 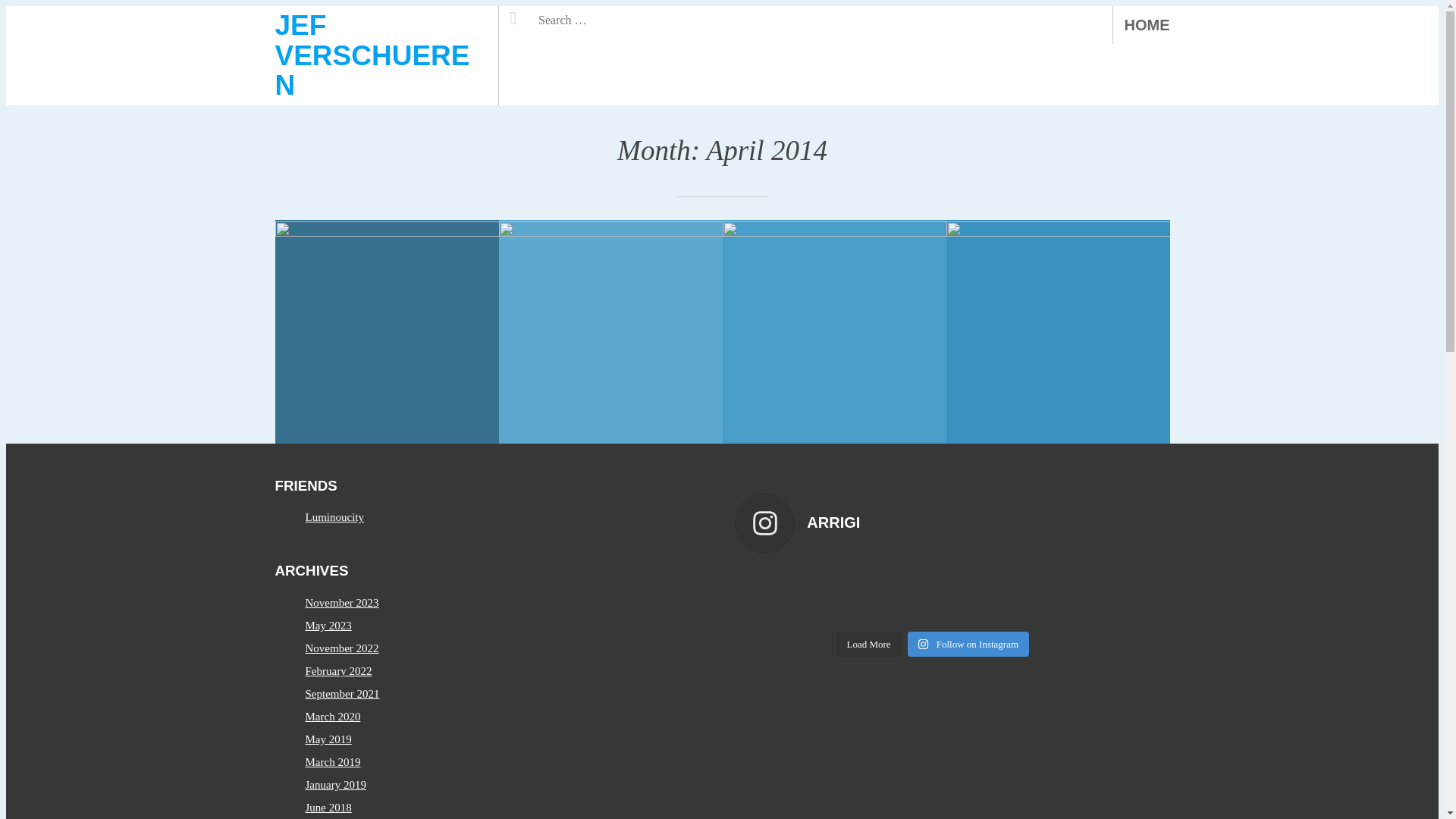 What do you see at coordinates (327, 739) in the screenshot?
I see `'May 2019'` at bounding box center [327, 739].